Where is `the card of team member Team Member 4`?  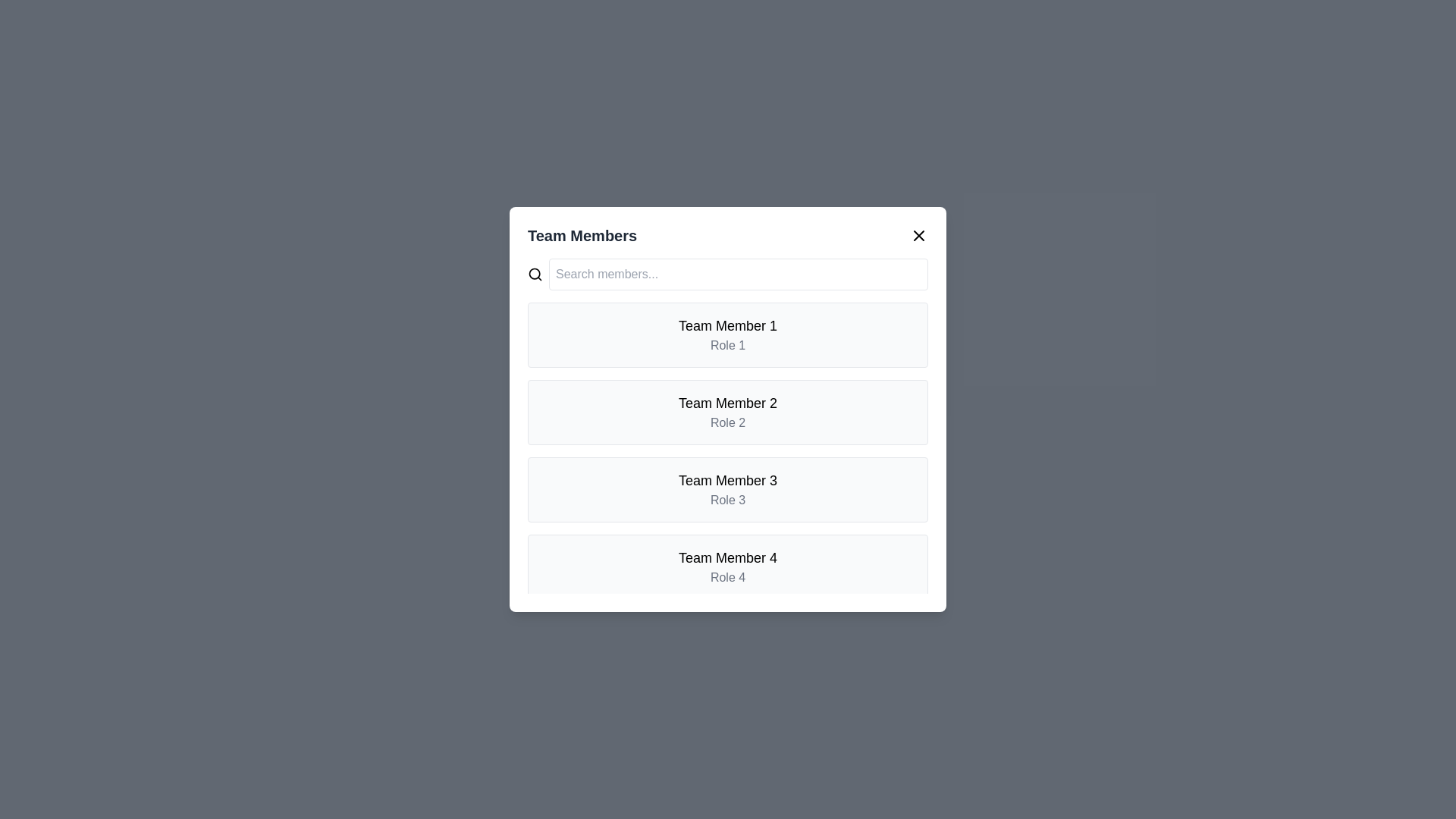
the card of team member Team Member 4 is located at coordinates (728, 567).